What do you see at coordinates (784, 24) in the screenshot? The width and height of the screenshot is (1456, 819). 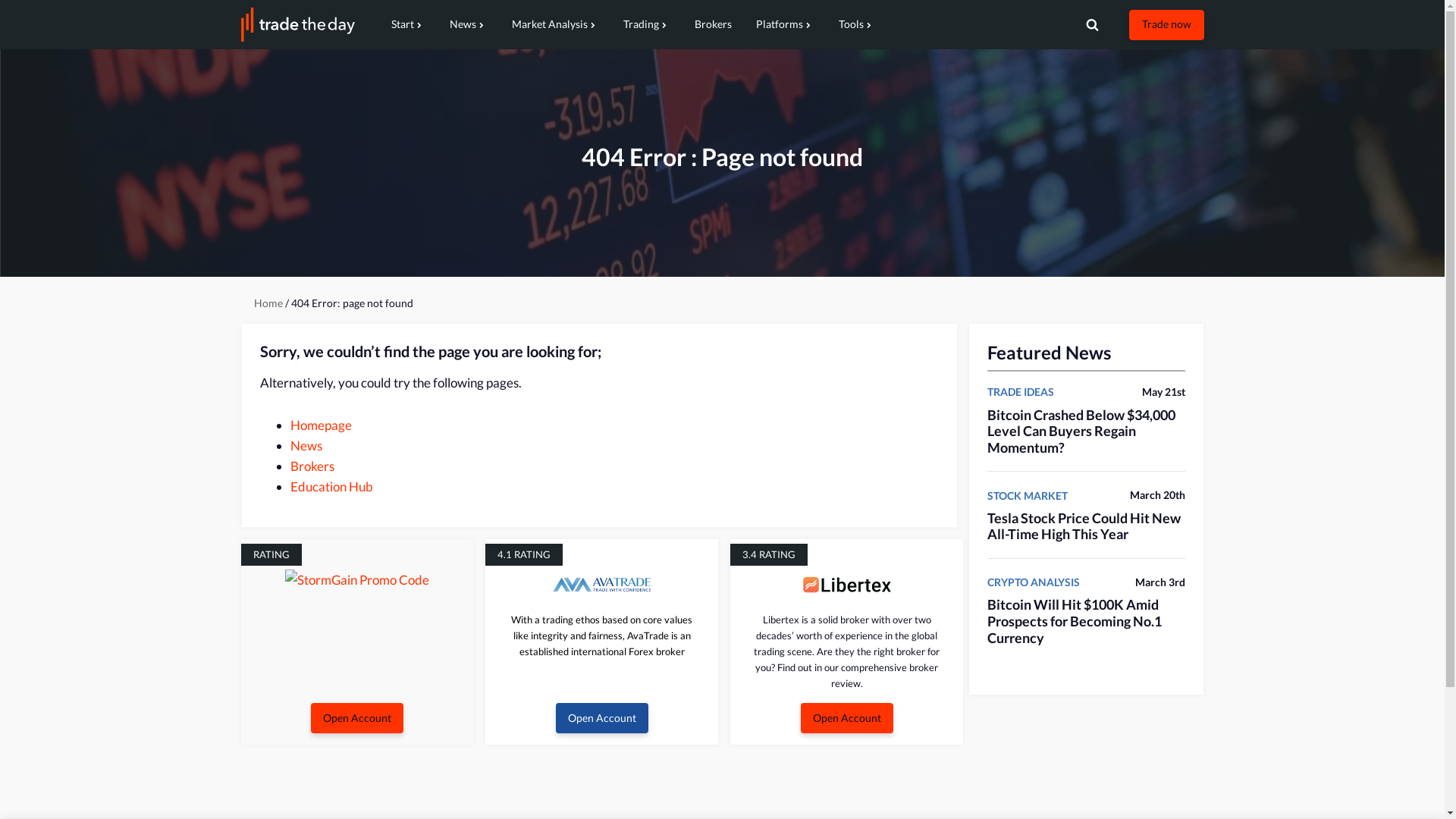 I see `'Platforms'` at bounding box center [784, 24].